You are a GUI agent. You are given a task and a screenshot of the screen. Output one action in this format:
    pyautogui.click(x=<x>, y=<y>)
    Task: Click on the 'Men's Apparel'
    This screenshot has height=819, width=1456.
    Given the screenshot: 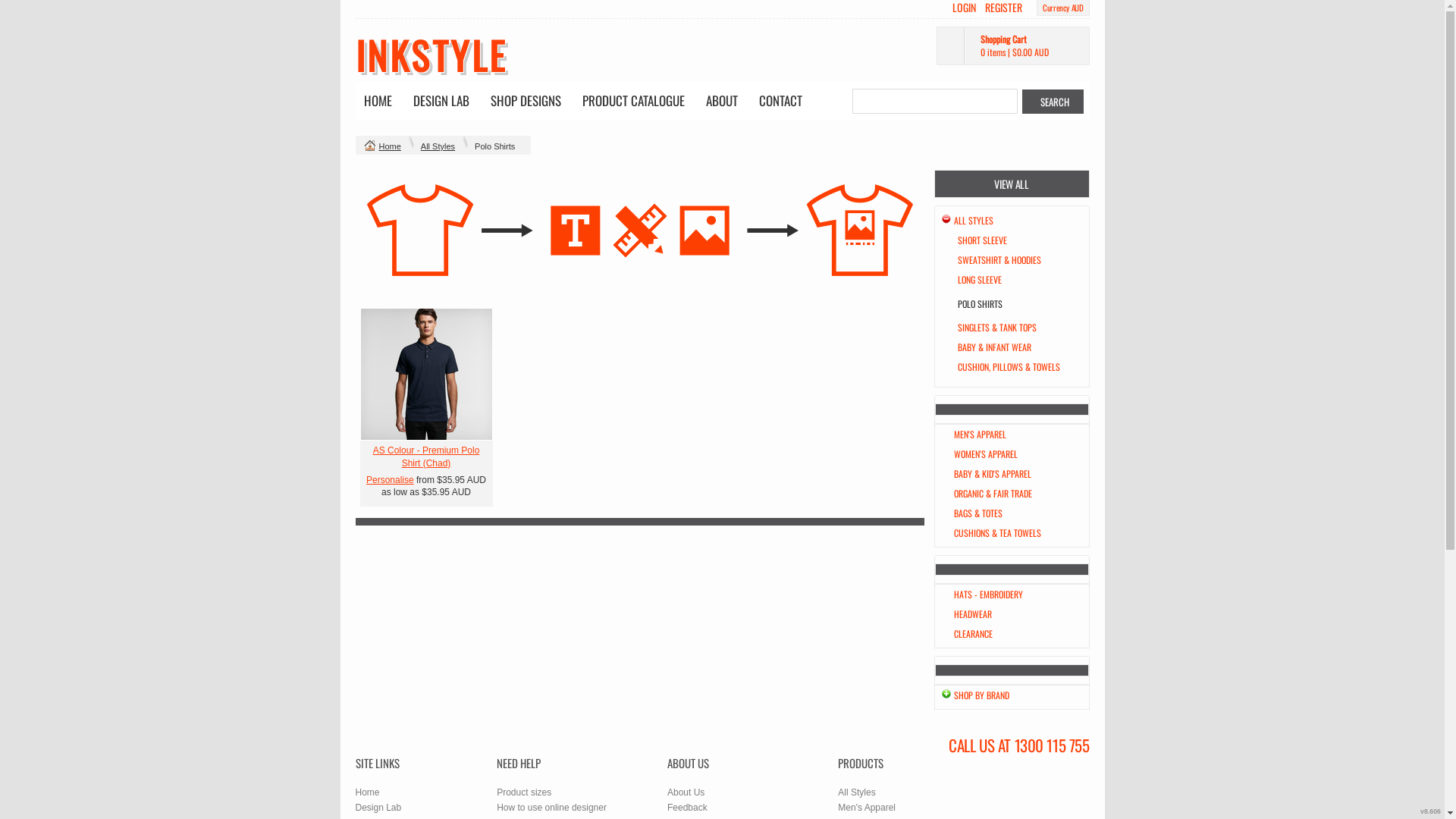 What is the action you would take?
    pyautogui.click(x=866, y=806)
    